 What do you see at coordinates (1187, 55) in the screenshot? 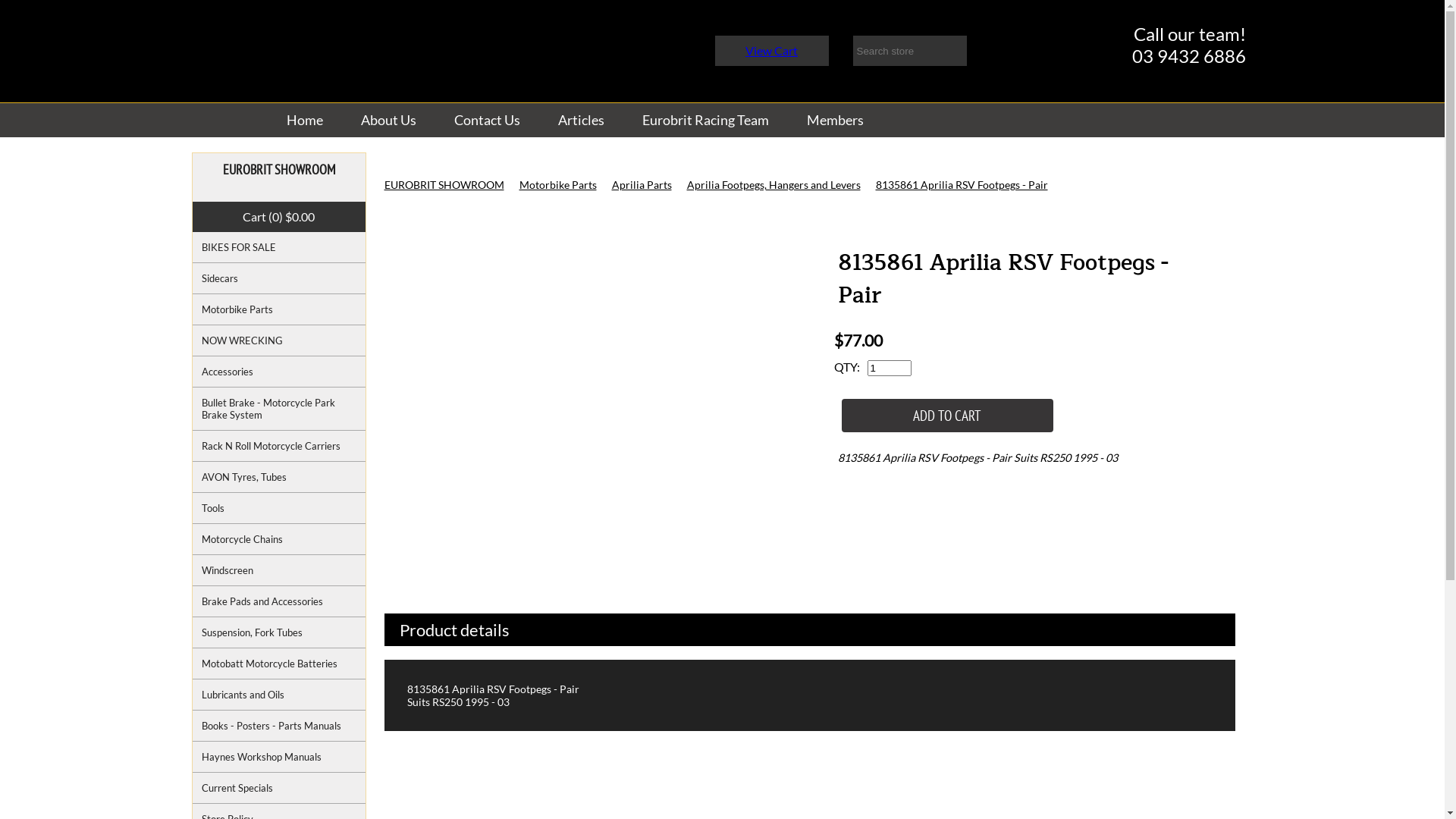
I see `'03 9432 6886'` at bounding box center [1187, 55].